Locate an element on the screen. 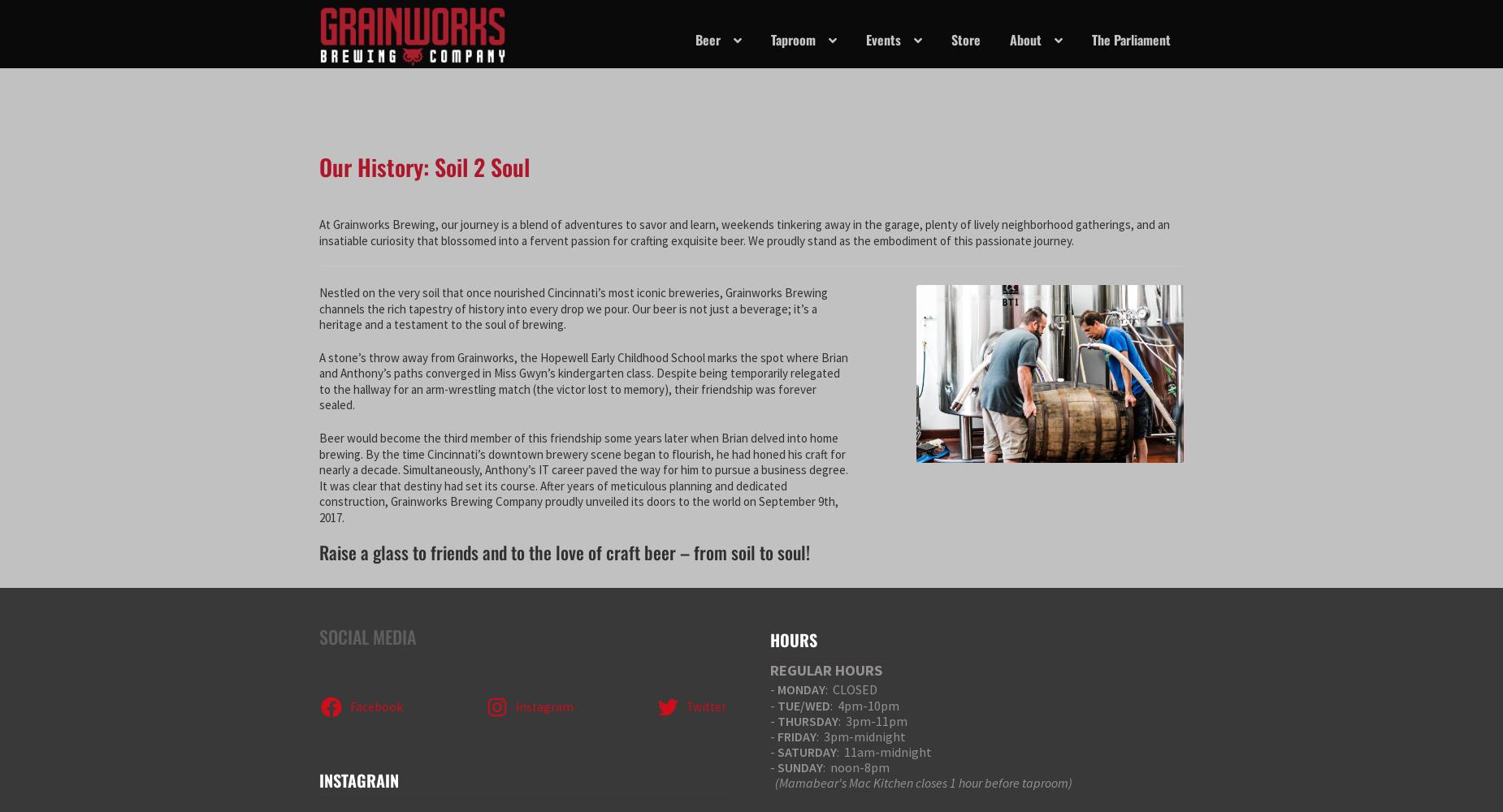  'Store' is located at coordinates (964, 40).